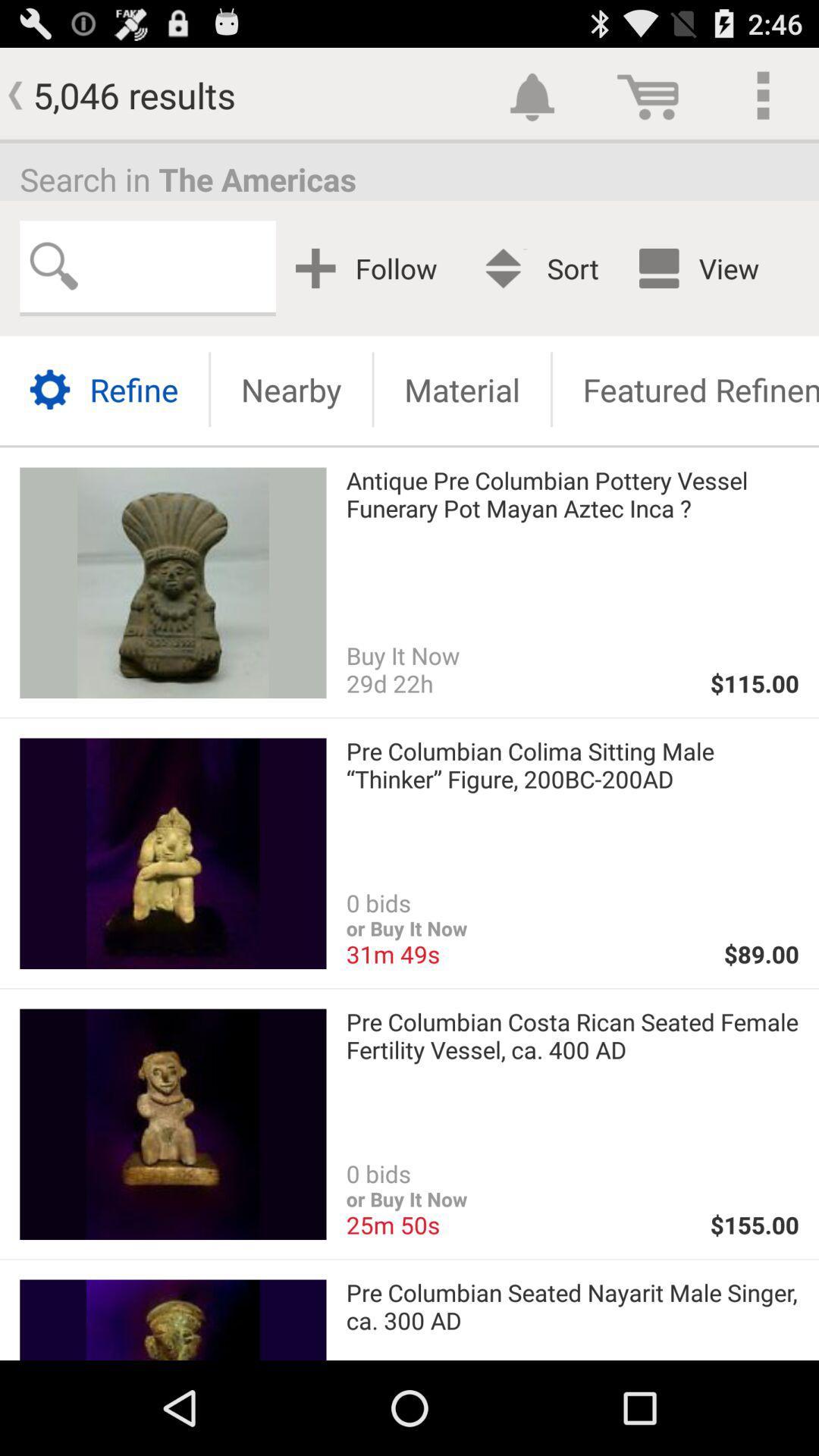 Image resolution: width=819 pixels, height=1456 pixels. Describe the element at coordinates (291, 389) in the screenshot. I see `the nearby button` at that location.